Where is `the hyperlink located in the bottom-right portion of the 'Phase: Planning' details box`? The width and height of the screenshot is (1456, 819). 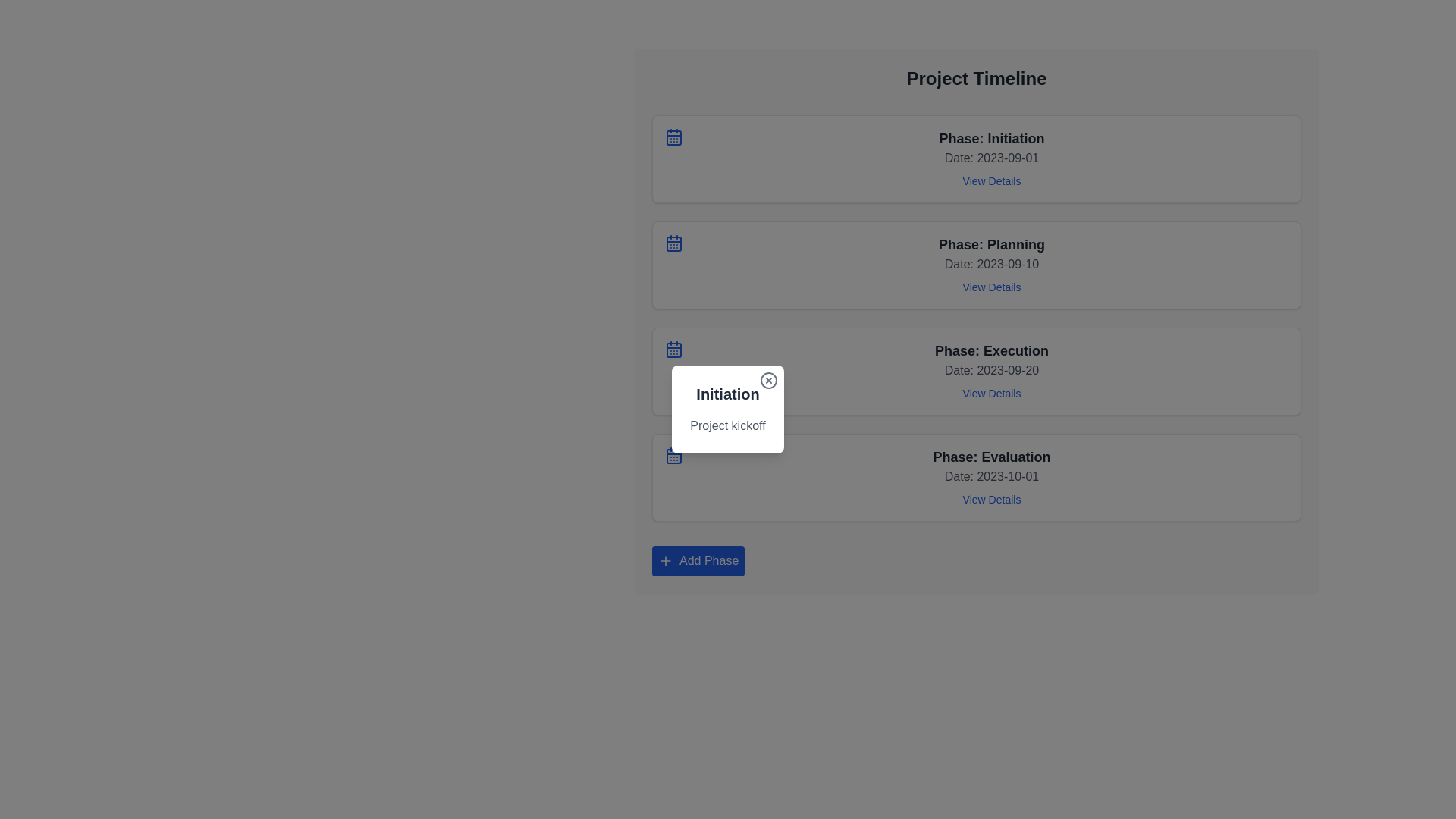
the hyperlink located in the bottom-right portion of the 'Phase: Planning' details box is located at coordinates (992, 287).